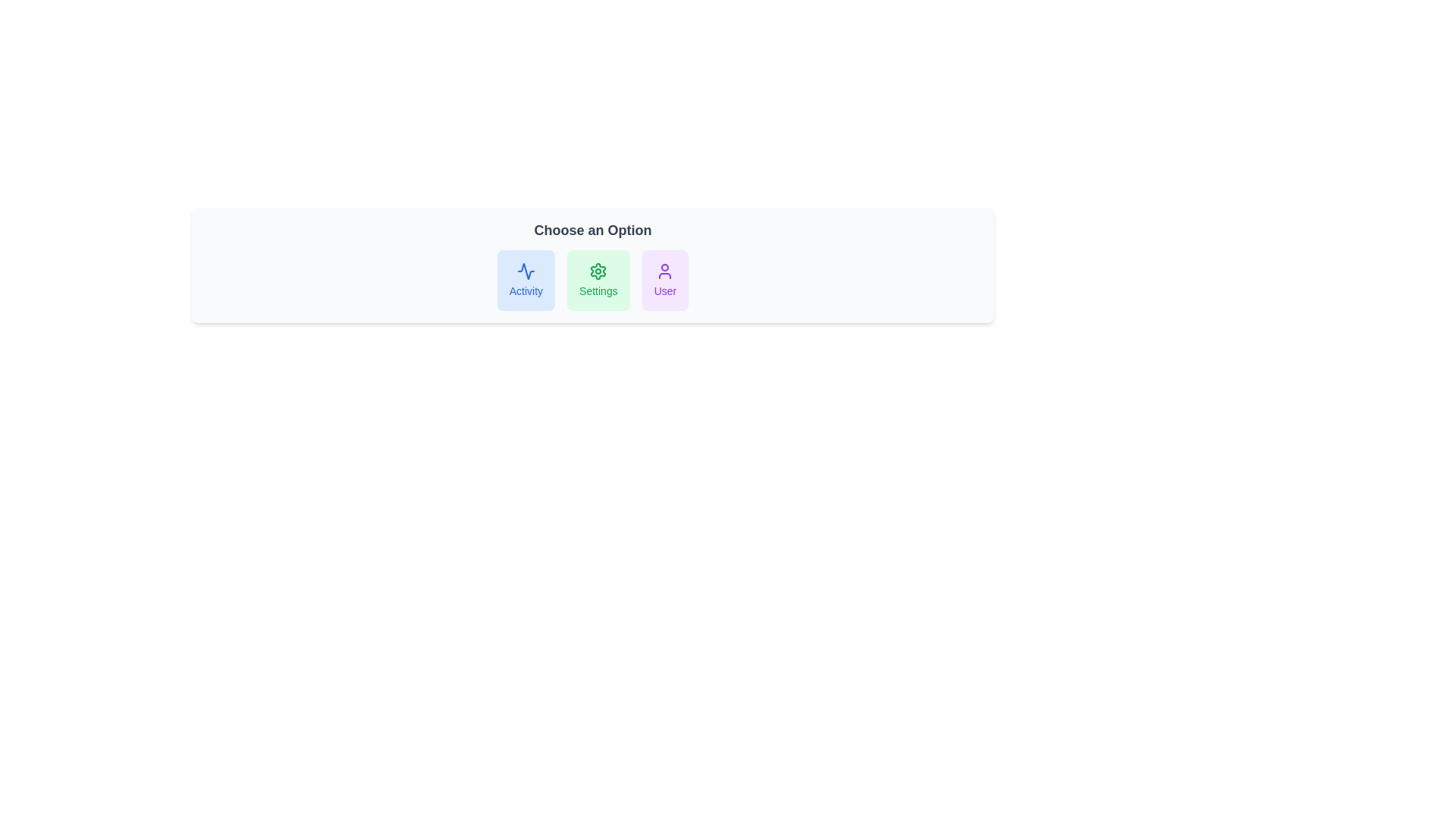 The height and width of the screenshot is (819, 1456). Describe the element at coordinates (592, 281) in the screenshot. I see `the green settings button in the Button Group` at that location.